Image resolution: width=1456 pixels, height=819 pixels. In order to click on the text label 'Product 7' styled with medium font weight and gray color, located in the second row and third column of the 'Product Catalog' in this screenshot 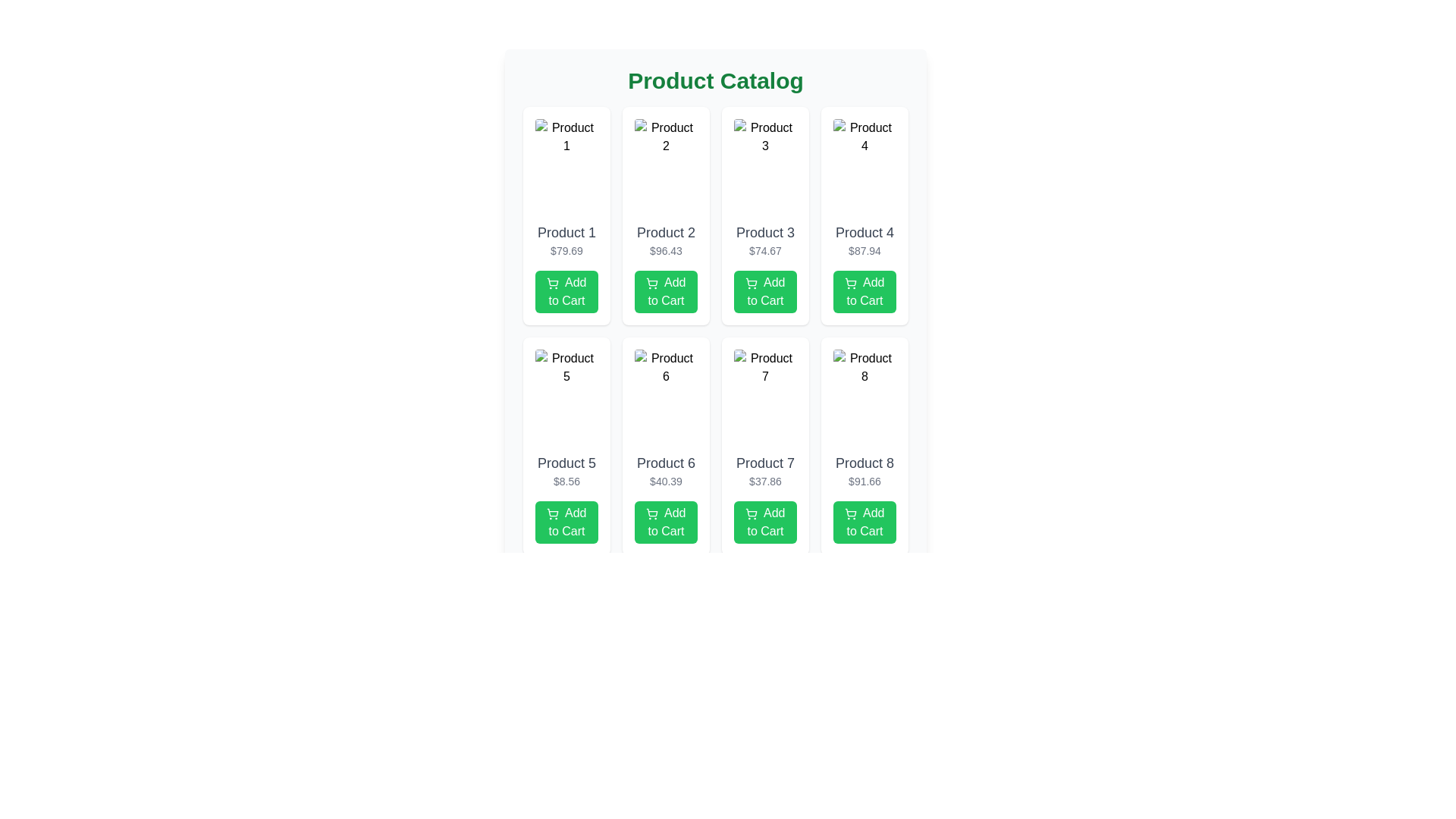, I will do `click(765, 462)`.